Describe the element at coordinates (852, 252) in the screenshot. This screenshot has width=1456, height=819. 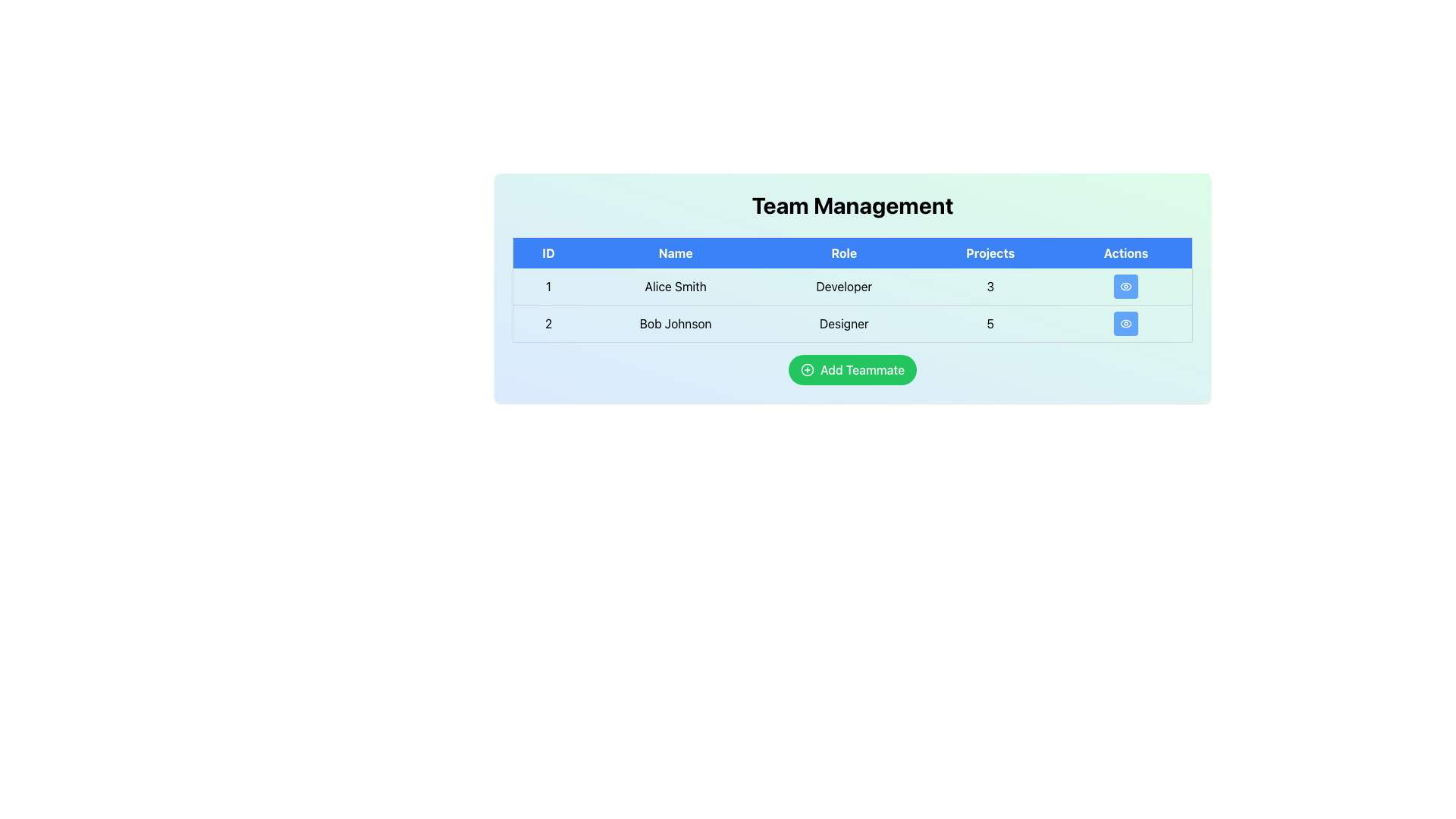
I see `the 'Role' header cell in the table, which is the third column header positioned between 'Name' and 'Projects'` at that location.